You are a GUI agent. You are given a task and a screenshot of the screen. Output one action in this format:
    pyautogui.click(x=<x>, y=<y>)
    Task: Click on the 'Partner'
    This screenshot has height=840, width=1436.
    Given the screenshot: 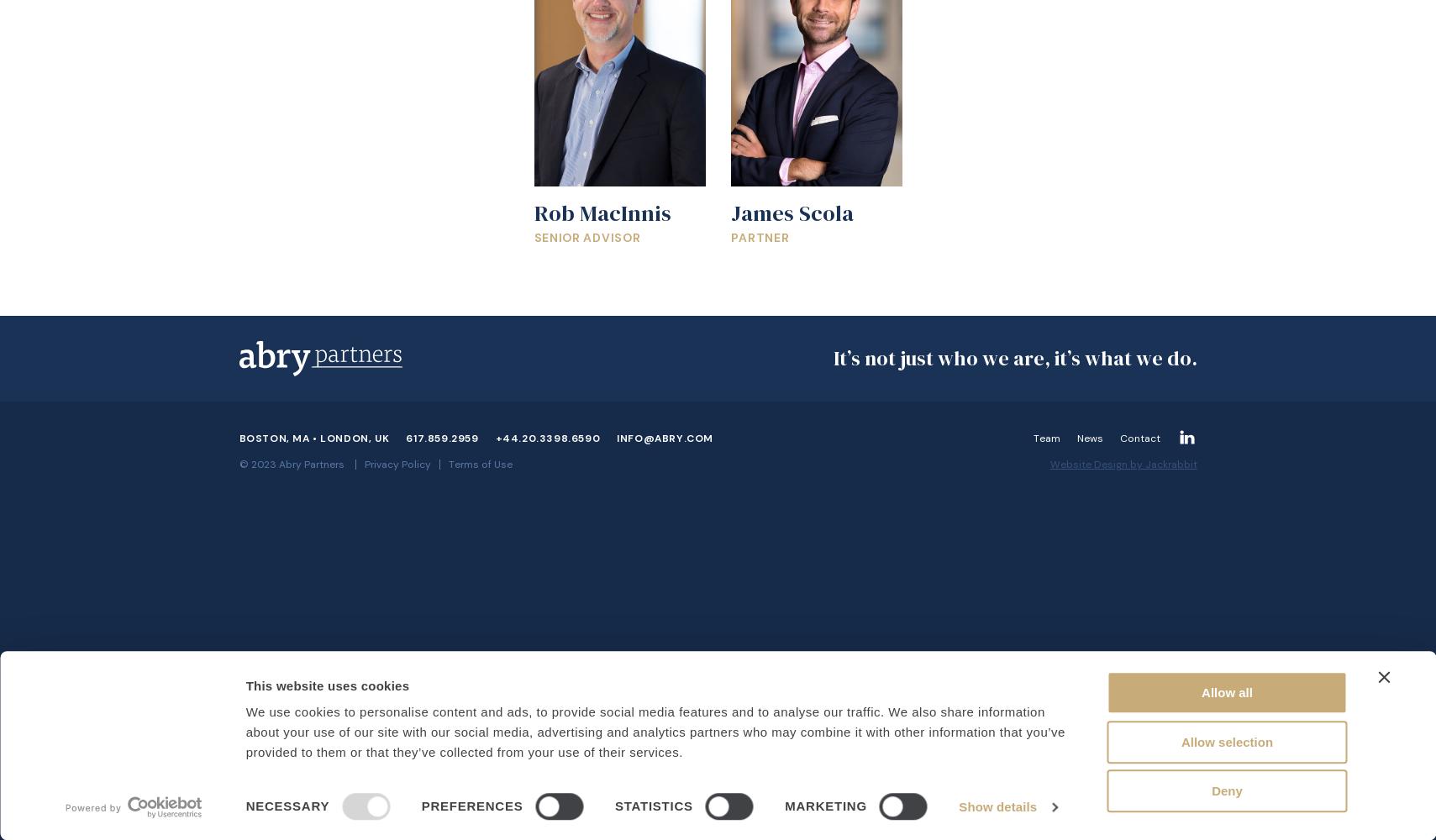 What is the action you would take?
    pyautogui.click(x=760, y=237)
    